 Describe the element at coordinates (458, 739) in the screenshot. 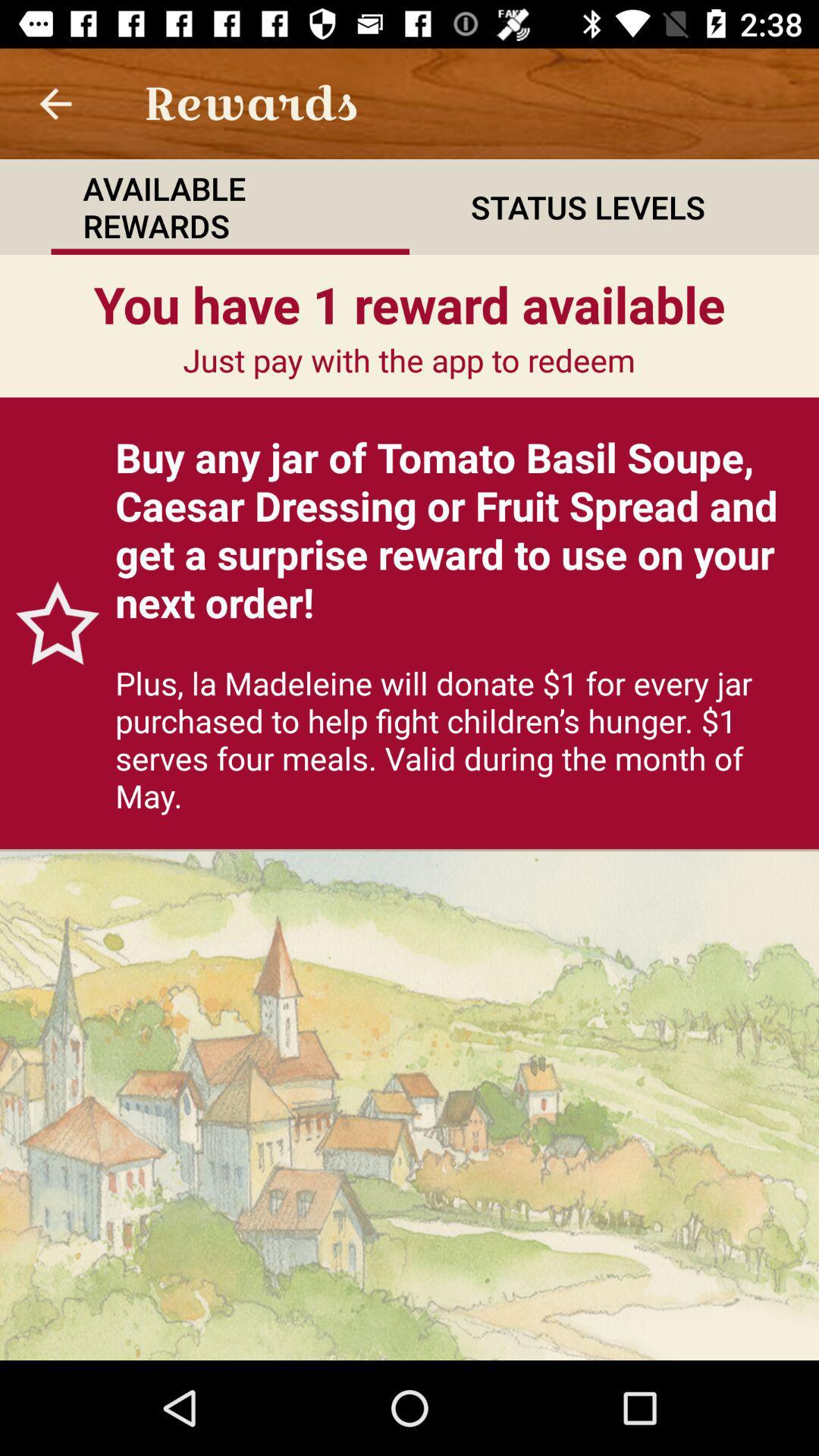

I see `plus la madeleine item` at that location.